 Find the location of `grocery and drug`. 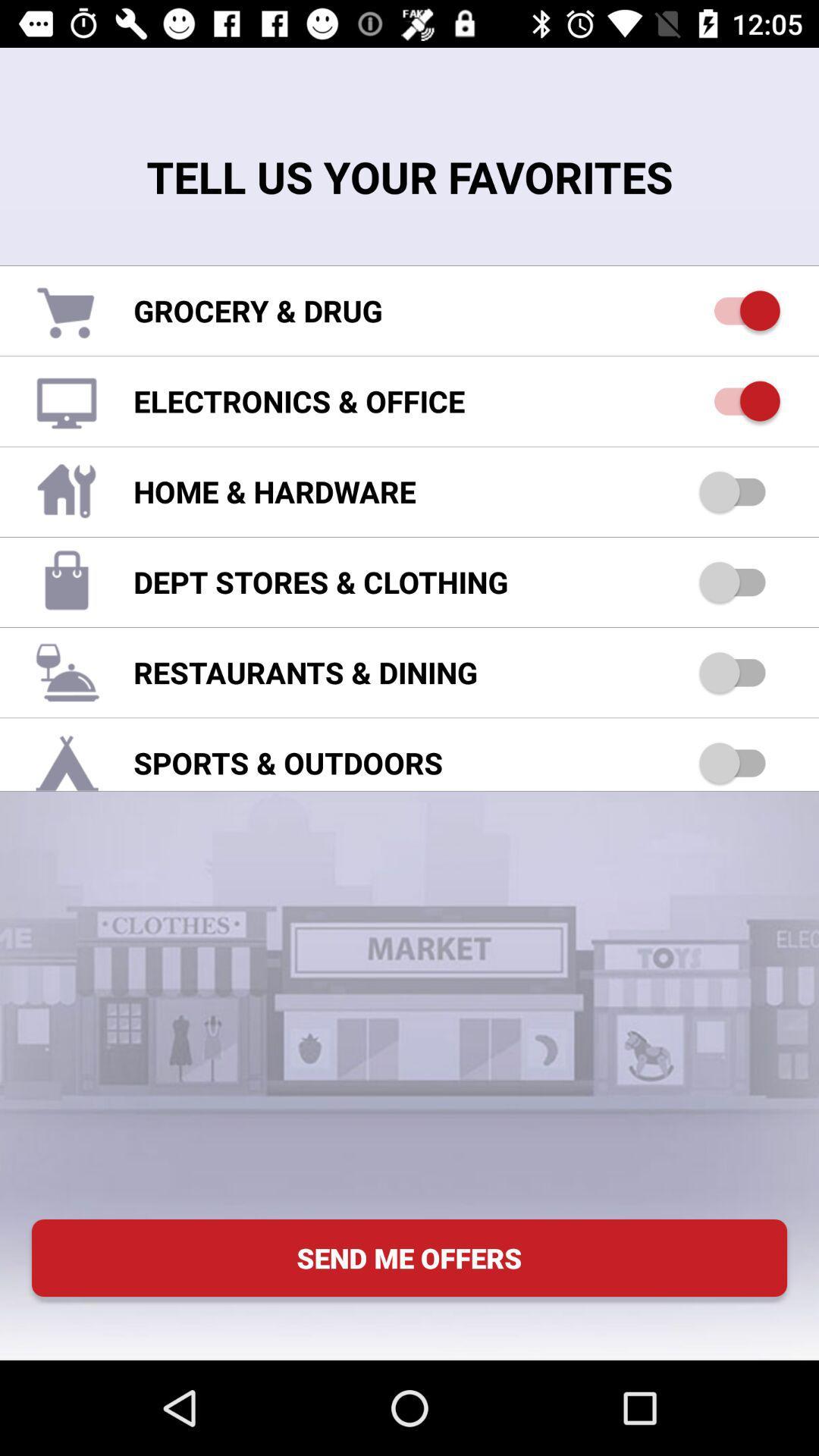

grocery and drug is located at coordinates (739, 309).